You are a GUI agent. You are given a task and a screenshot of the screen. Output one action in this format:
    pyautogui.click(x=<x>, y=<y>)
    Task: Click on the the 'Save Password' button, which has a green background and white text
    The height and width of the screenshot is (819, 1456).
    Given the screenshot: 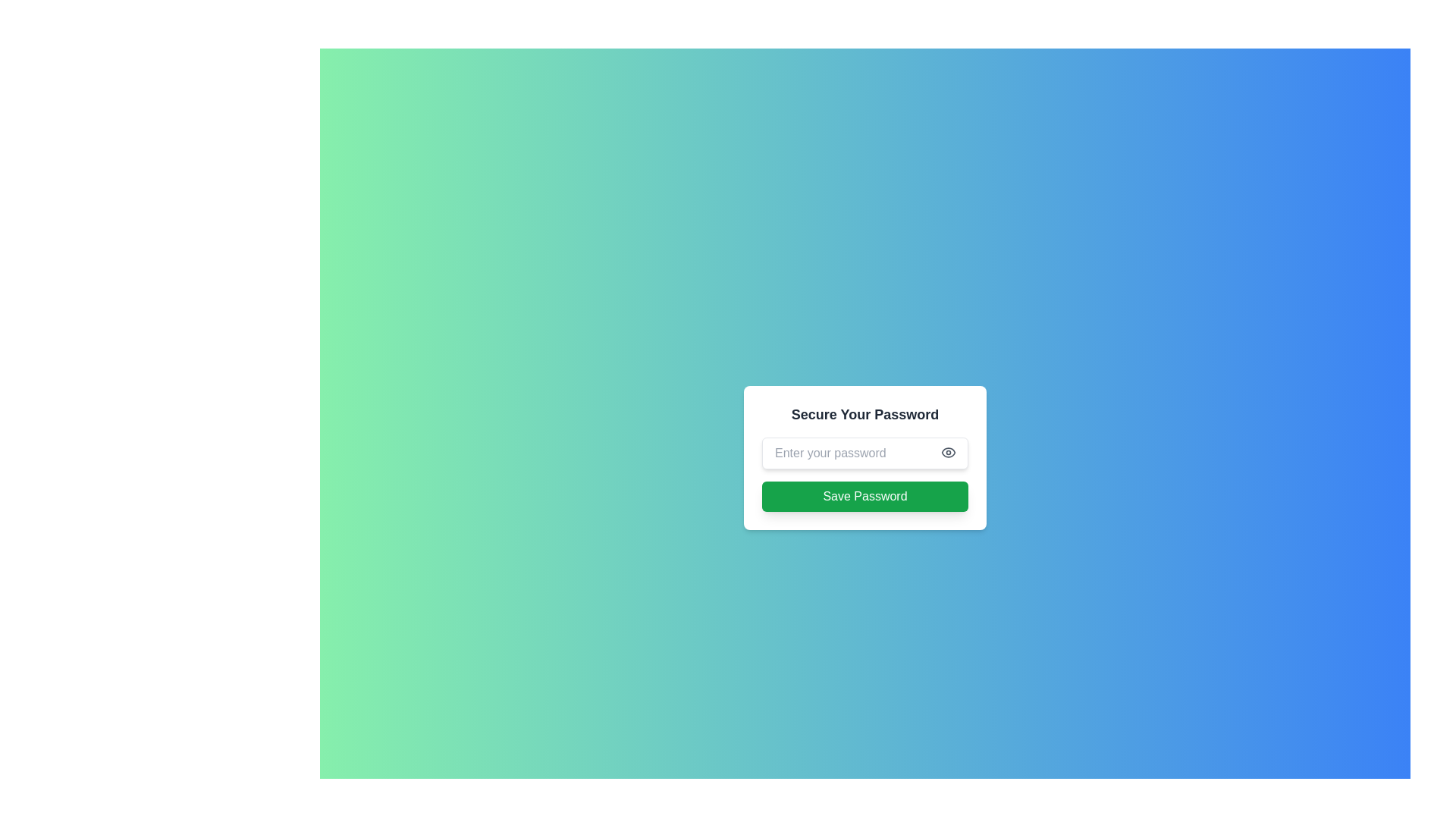 What is the action you would take?
    pyautogui.click(x=865, y=497)
    